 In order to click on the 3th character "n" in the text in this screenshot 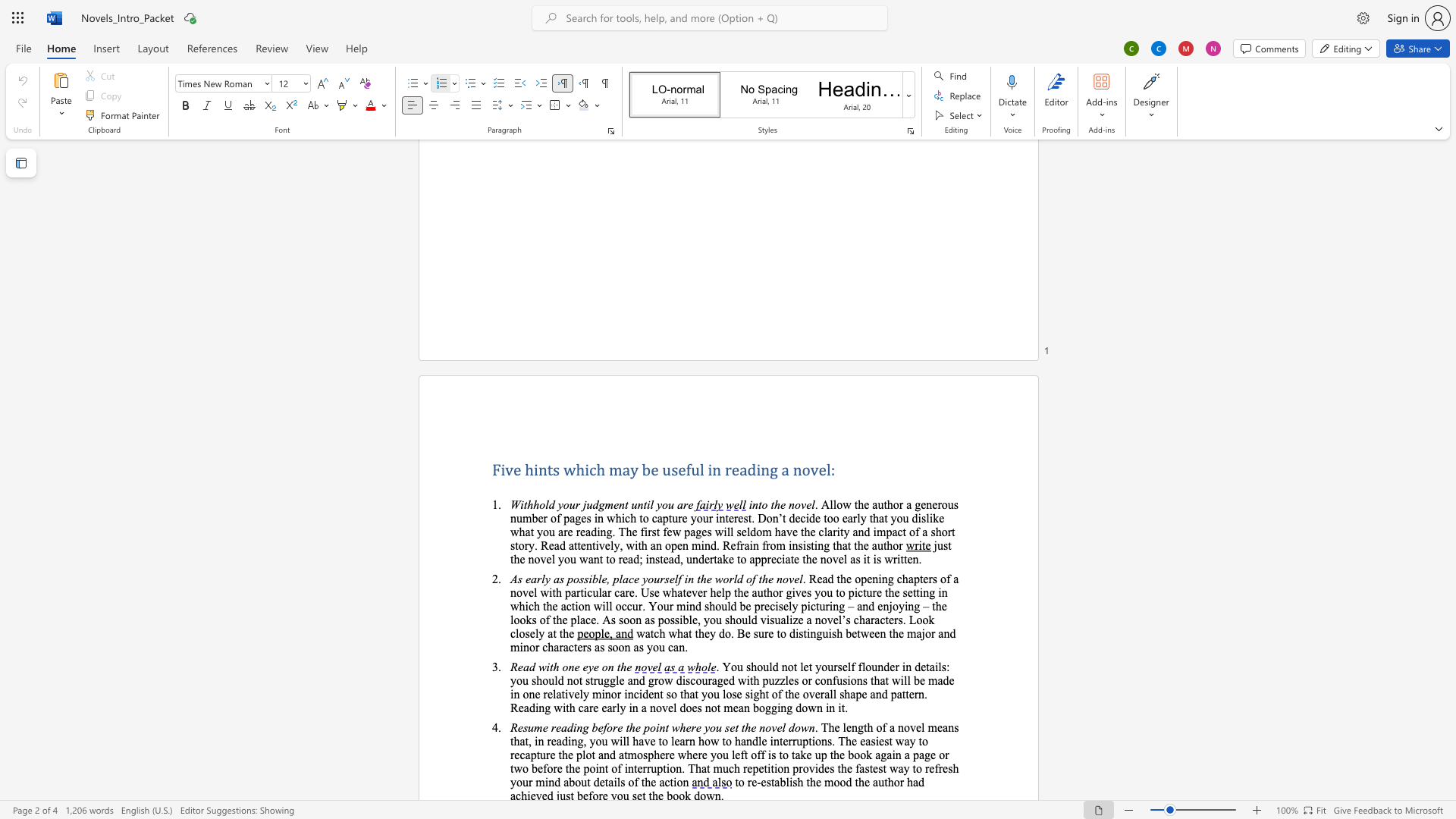, I will do `click(950, 726)`.